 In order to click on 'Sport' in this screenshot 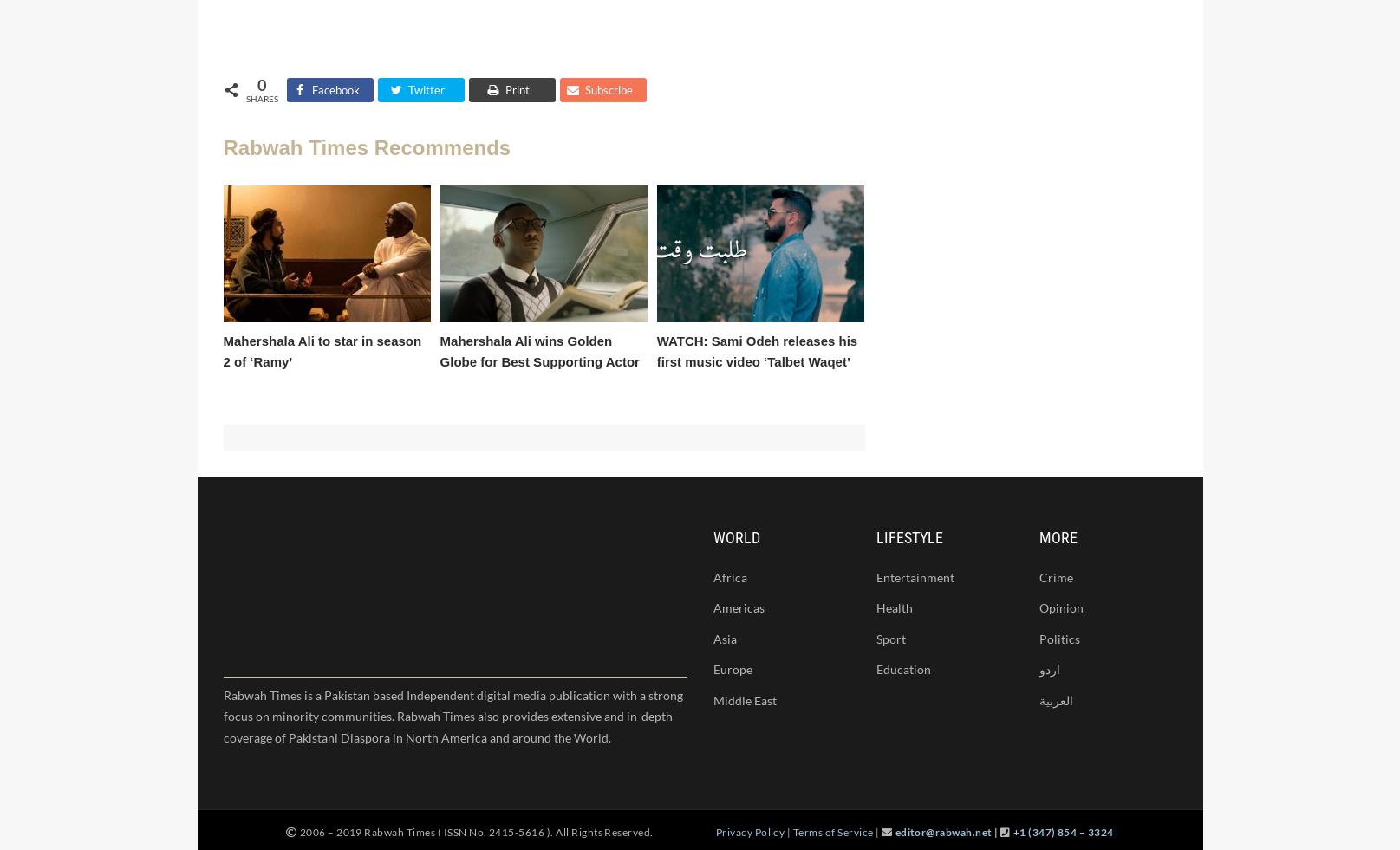, I will do `click(889, 639)`.